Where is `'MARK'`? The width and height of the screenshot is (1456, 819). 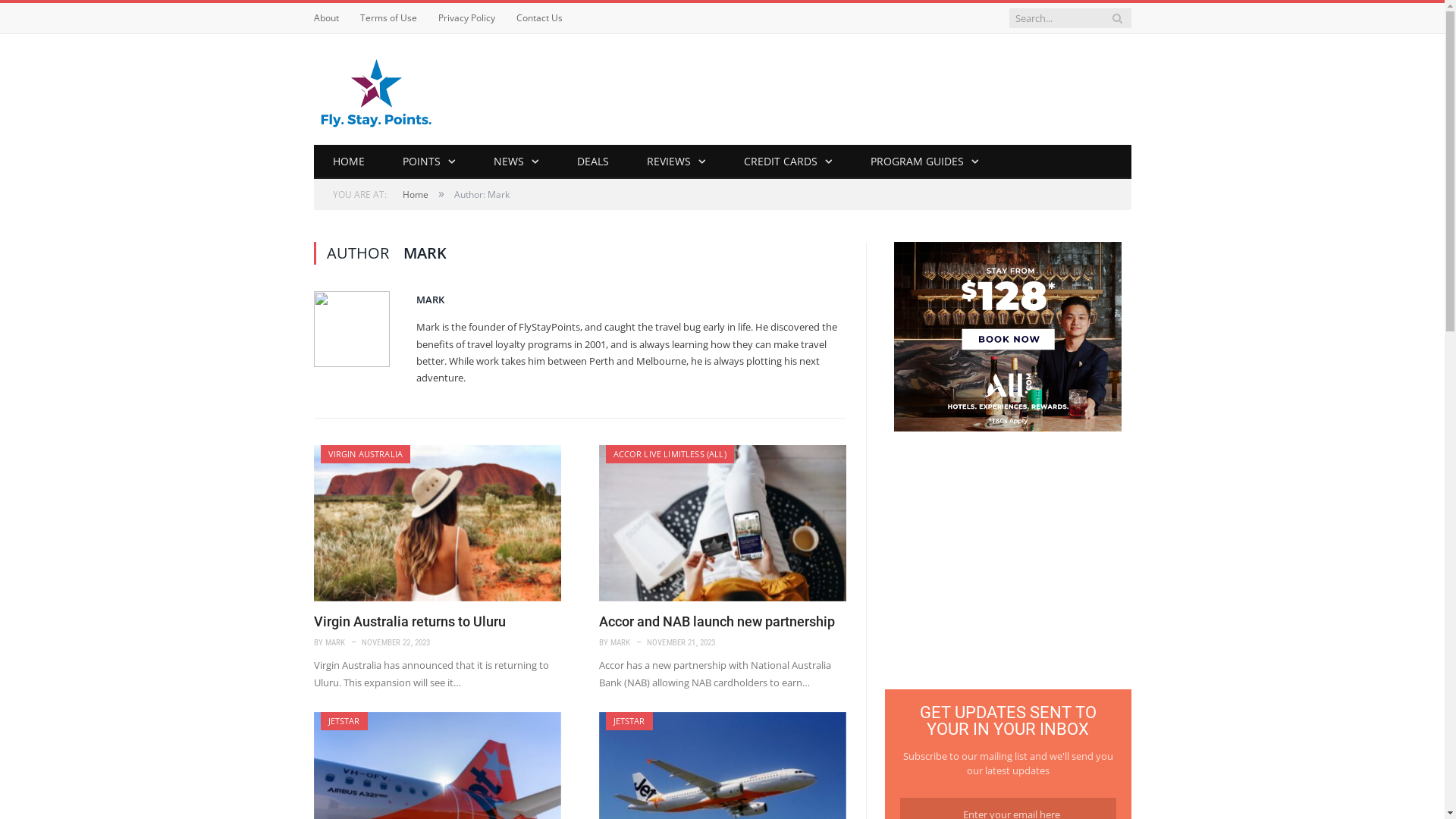 'MARK' is located at coordinates (334, 642).